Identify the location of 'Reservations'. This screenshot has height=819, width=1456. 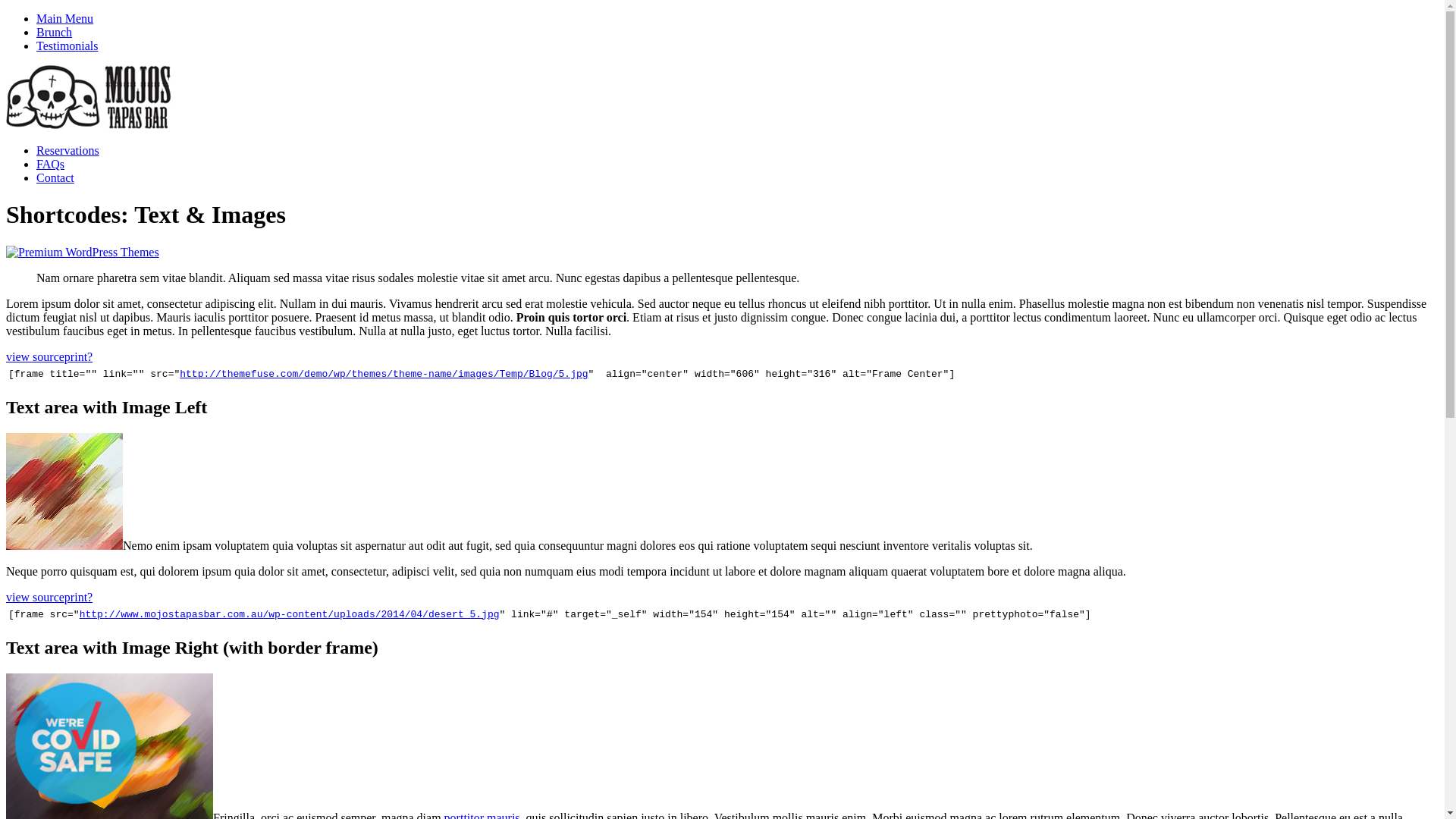
(67, 150).